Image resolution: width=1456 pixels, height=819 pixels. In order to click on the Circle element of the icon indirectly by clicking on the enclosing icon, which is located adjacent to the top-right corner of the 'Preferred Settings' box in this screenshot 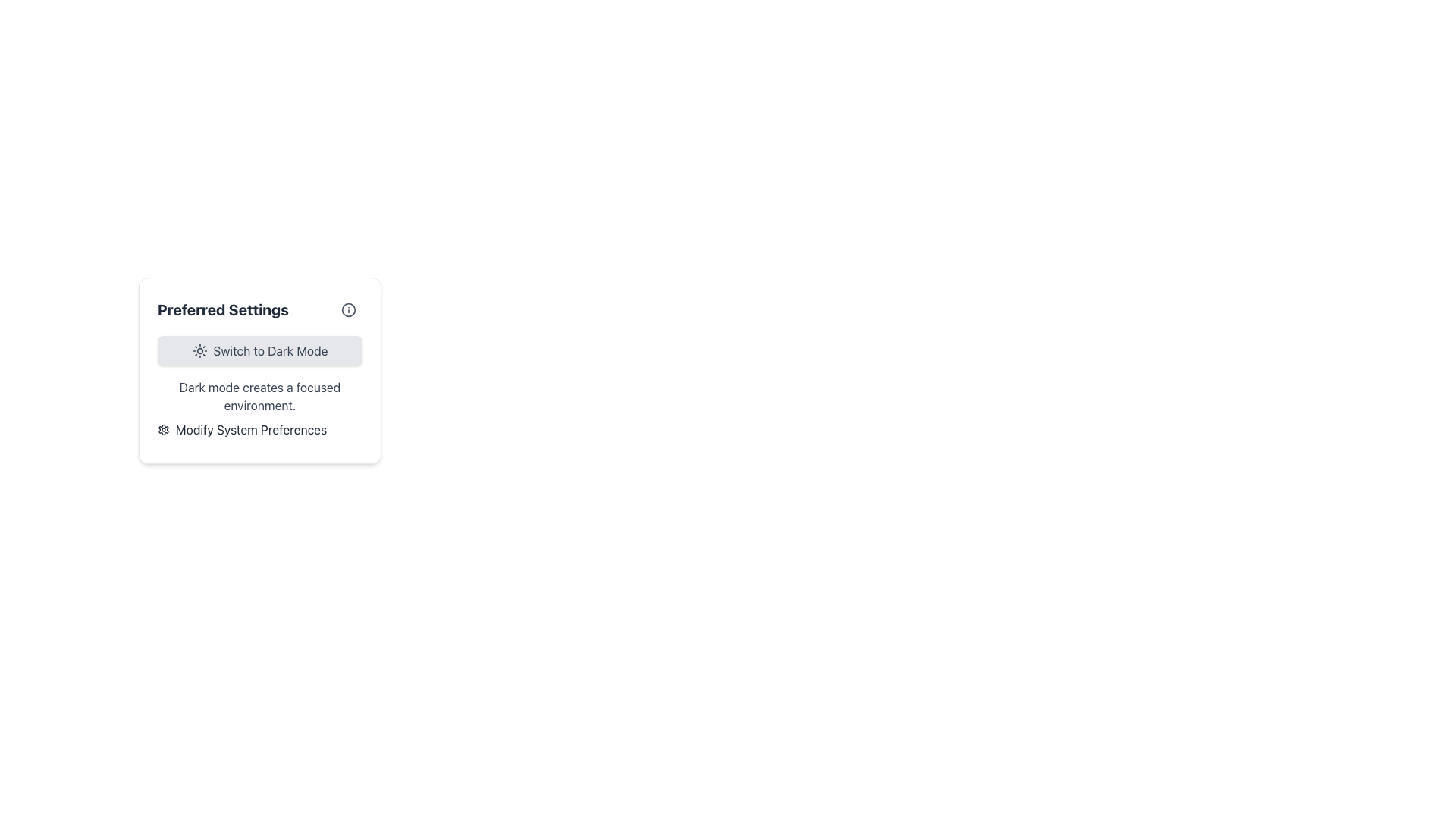, I will do `click(348, 309)`.